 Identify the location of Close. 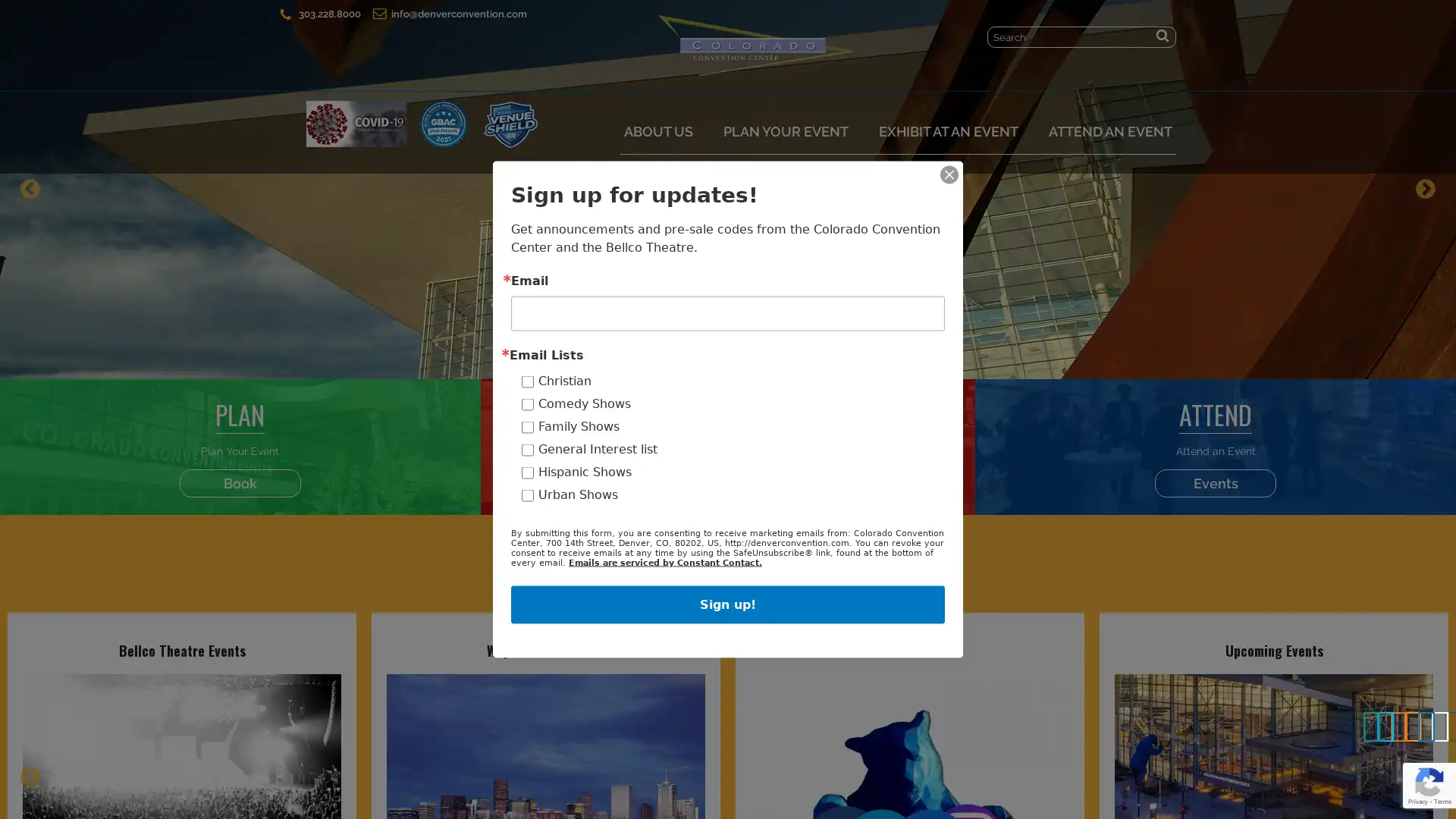
(949, 174).